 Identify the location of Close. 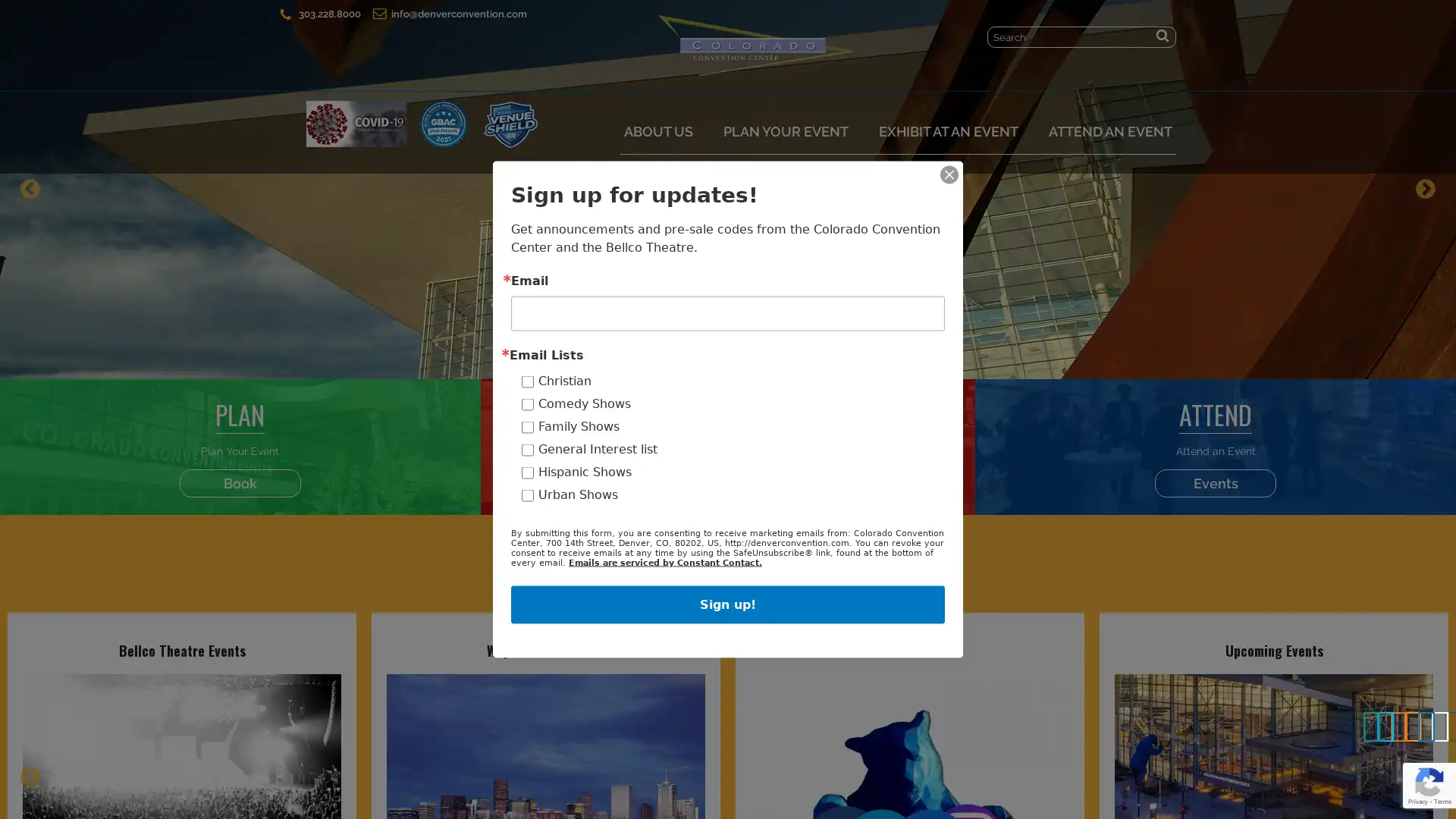
(949, 174).